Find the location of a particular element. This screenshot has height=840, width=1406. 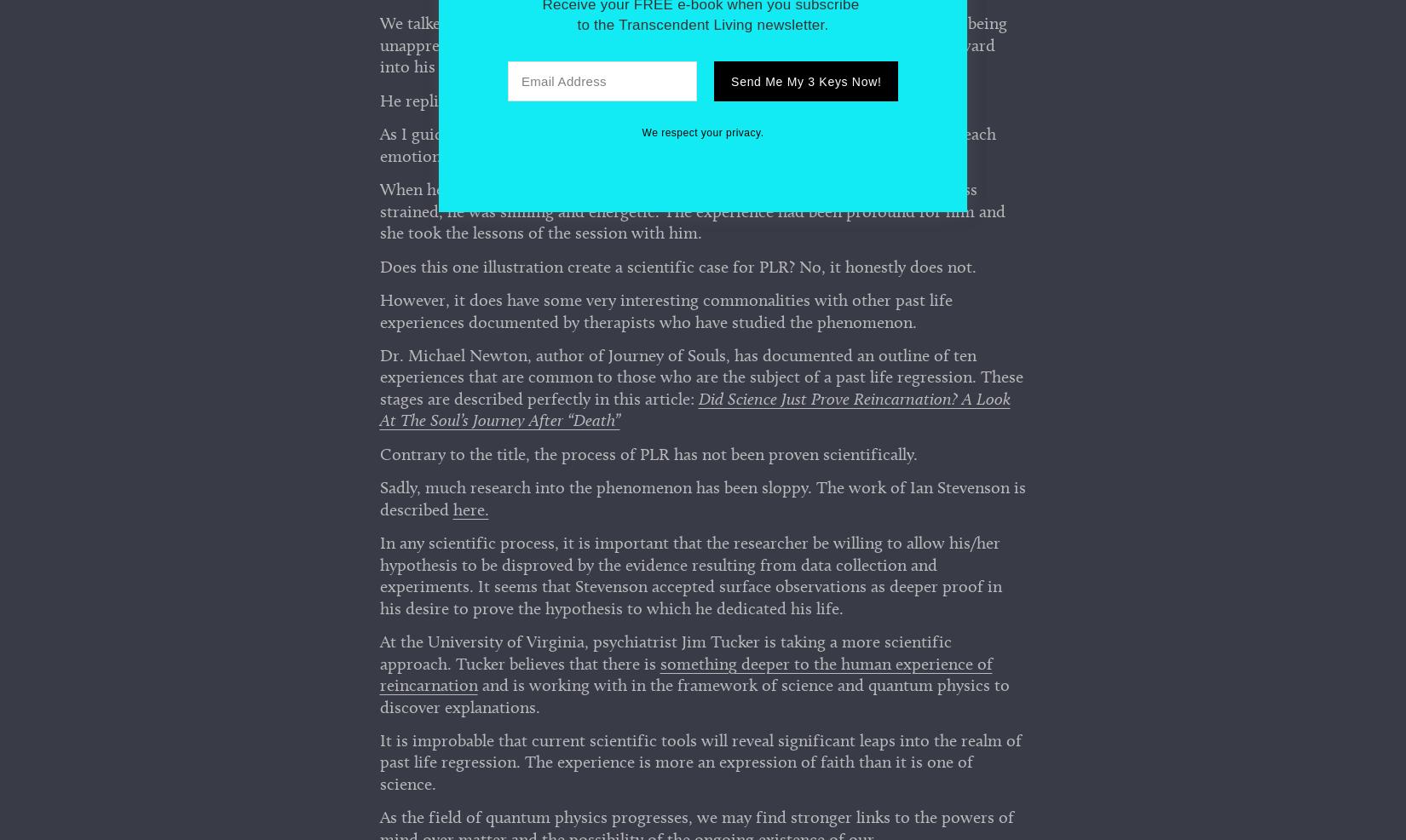

'Contrary to the title, the process of PLR has not been proven scientifically.' is located at coordinates (647, 458).